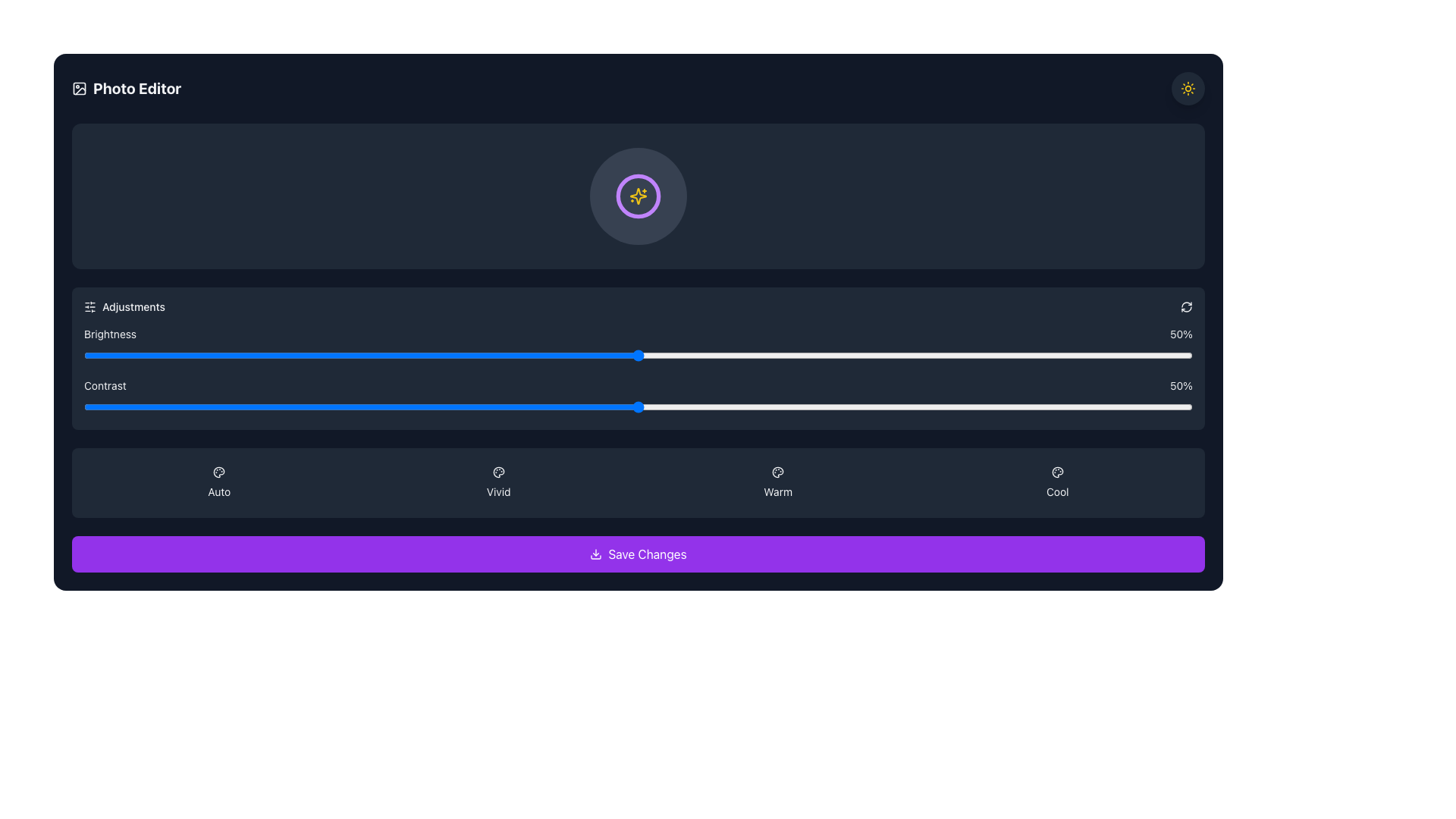  Describe the element at coordinates (638, 195) in the screenshot. I see `the star-like icon with a glowing yellow feature located in the top-right corner of the interface` at that location.